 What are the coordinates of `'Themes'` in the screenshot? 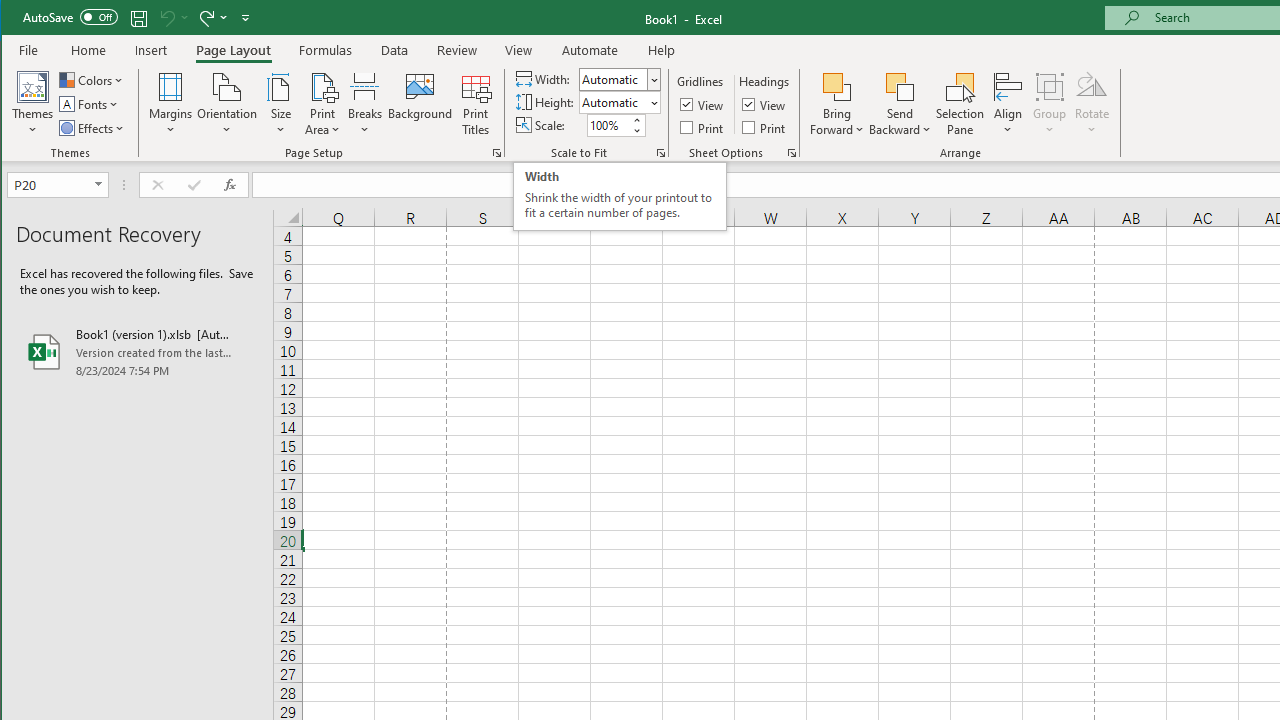 It's located at (33, 104).